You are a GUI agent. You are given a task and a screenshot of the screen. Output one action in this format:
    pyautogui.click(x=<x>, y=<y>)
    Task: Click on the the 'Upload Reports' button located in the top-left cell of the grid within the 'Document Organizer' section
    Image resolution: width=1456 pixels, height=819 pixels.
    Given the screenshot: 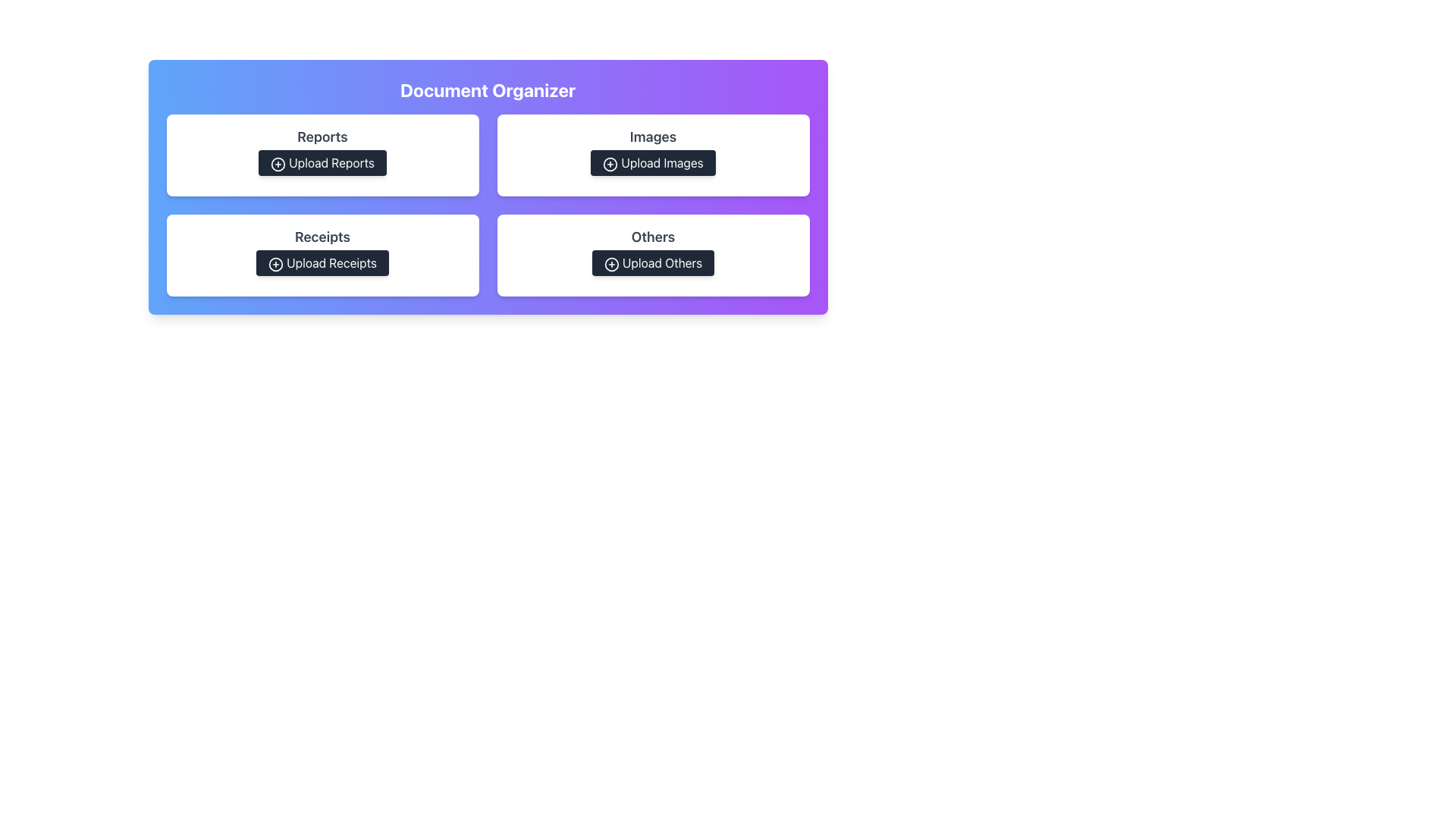 What is the action you would take?
    pyautogui.click(x=322, y=155)
    